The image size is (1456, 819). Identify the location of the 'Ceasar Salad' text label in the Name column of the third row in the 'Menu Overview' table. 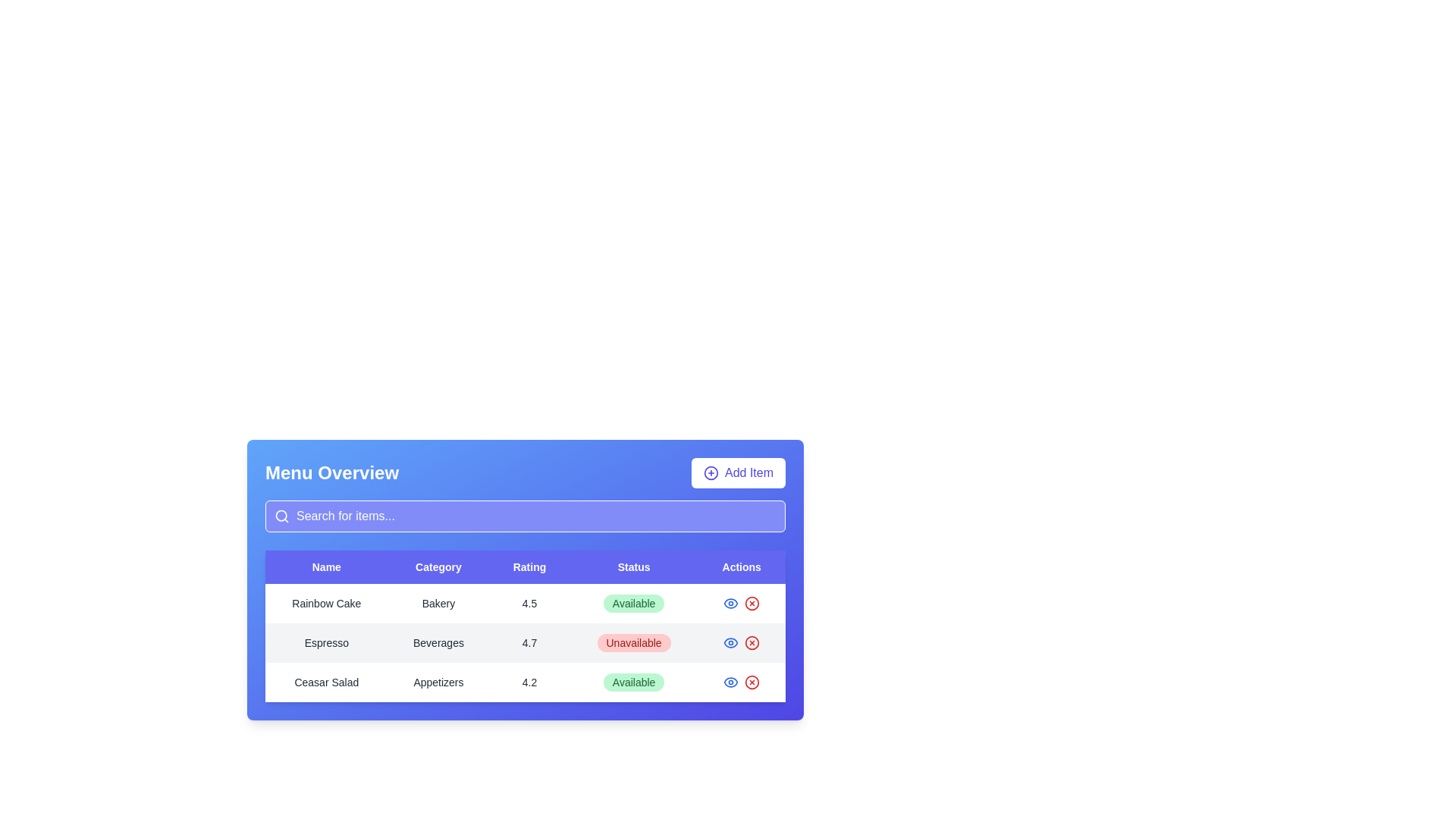
(325, 681).